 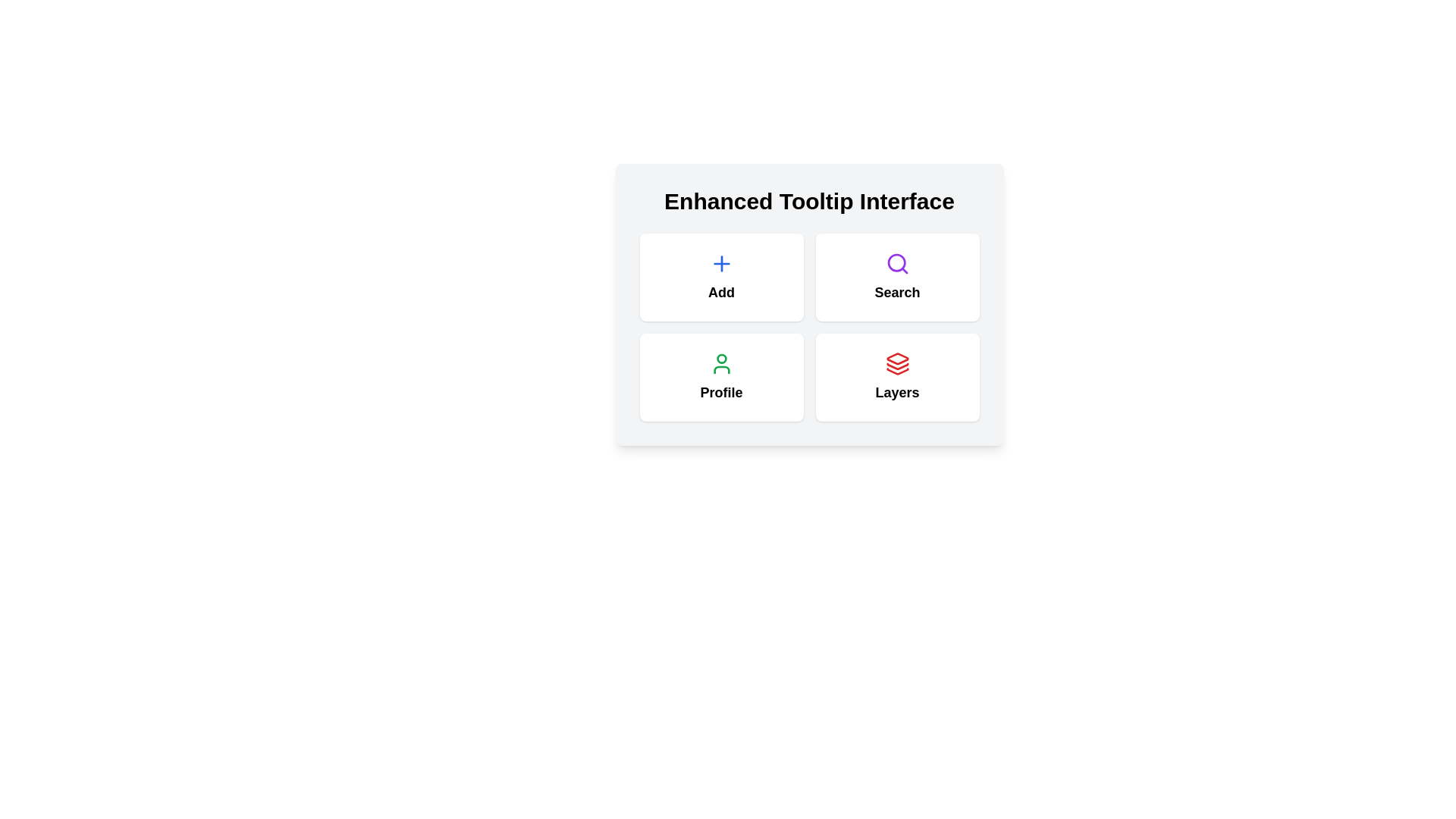 What do you see at coordinates (897, 363) in the screenshot?
I see `the 'Layers' icon located in the bottom-right corner of the grid, which visually indicates the 'Layers' functionality` at bounding box center [897, 363].